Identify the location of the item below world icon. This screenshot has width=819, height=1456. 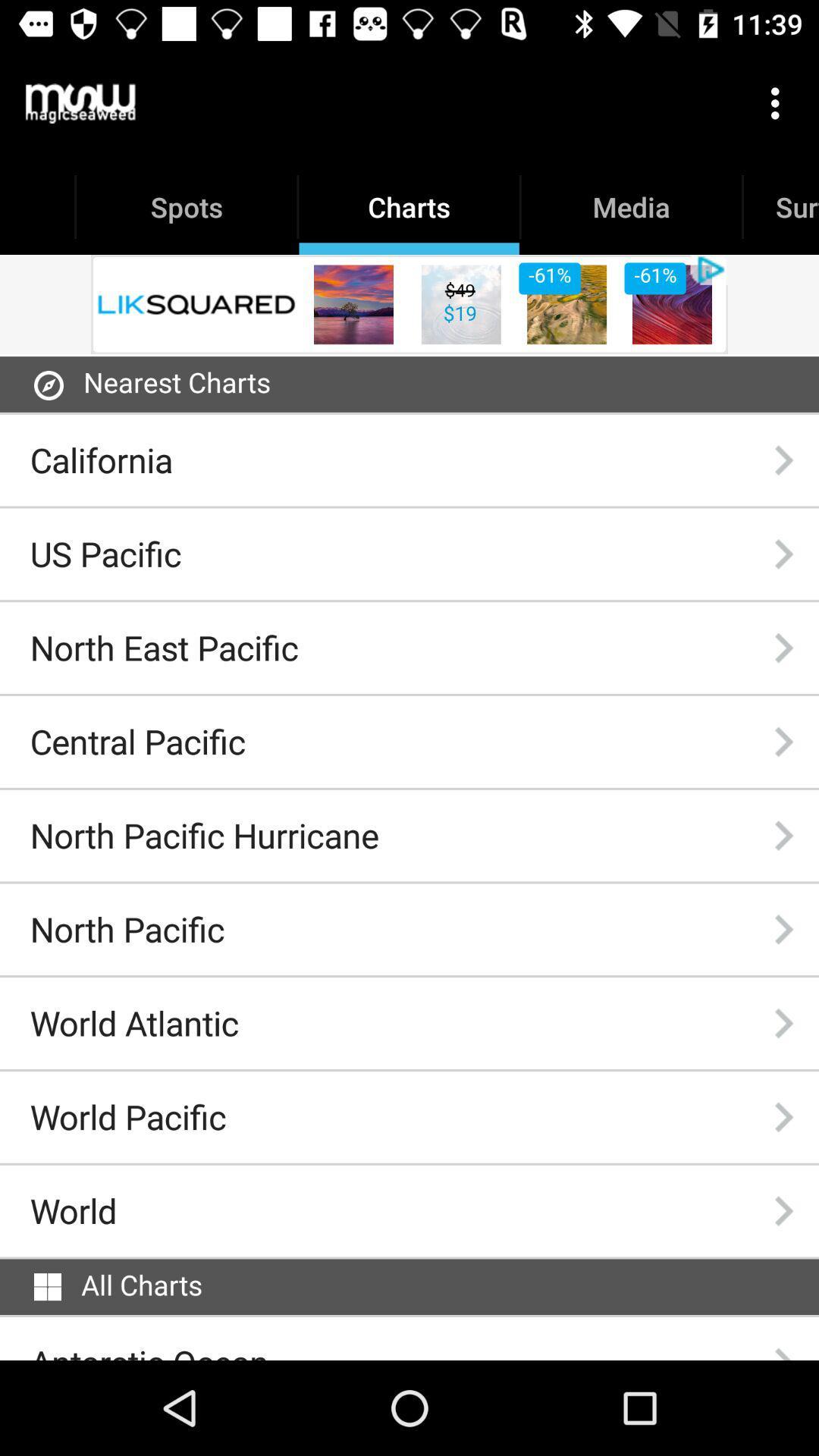
(46, 1286).